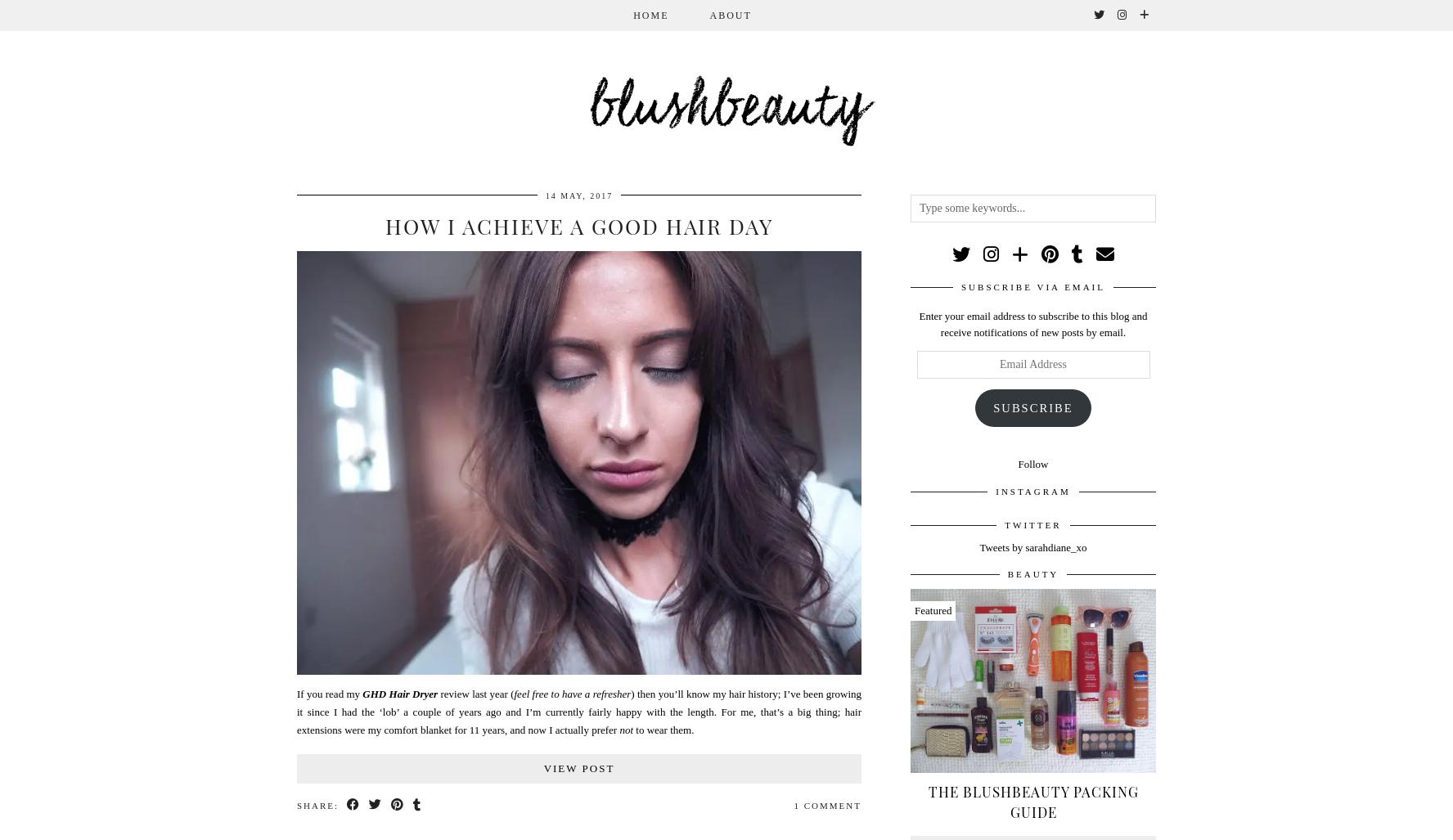  I want to click on 'If you read my', so click(329, 693).